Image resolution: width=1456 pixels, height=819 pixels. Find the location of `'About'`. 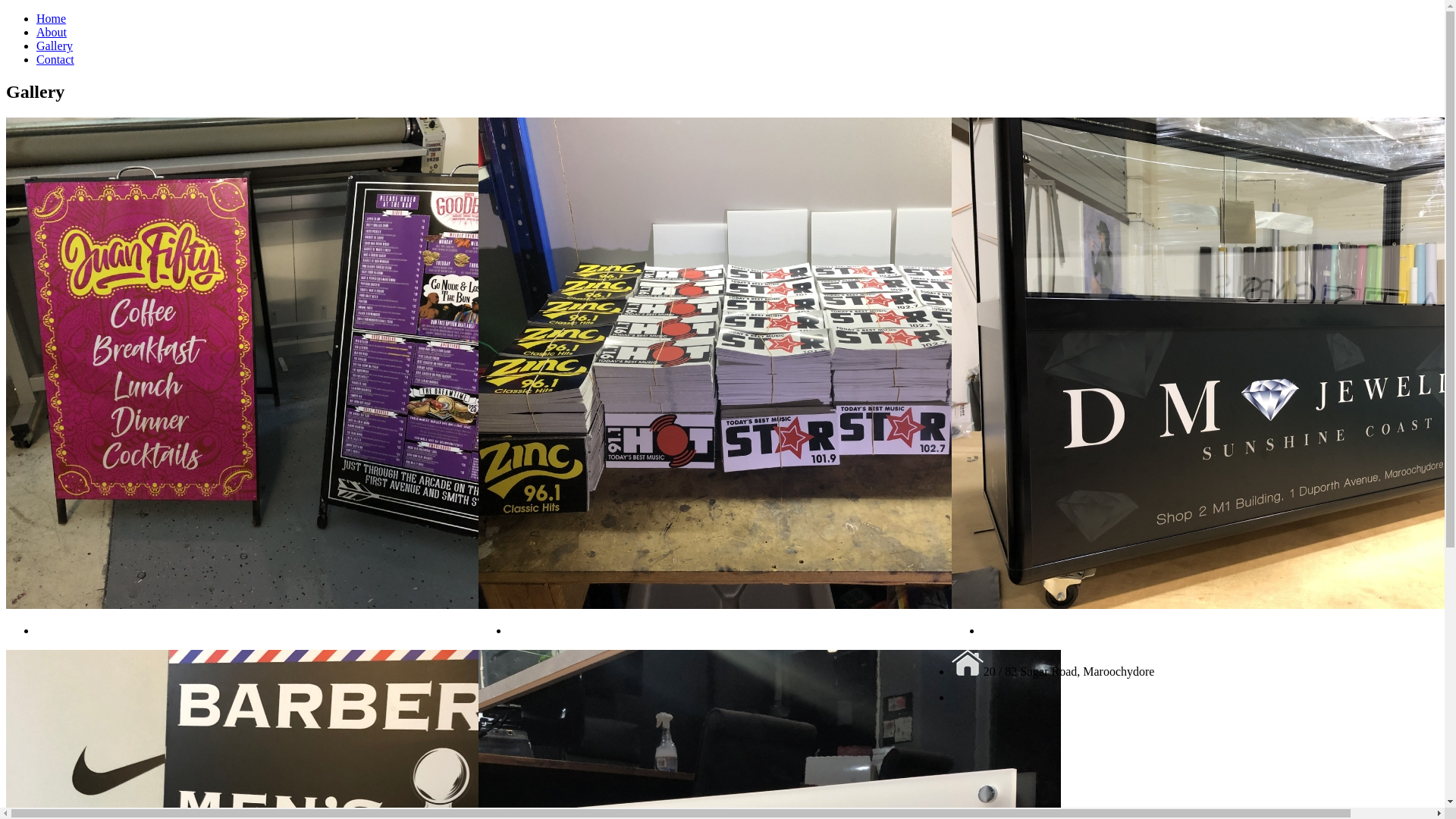

'About' is located at coordinates (51, 32).